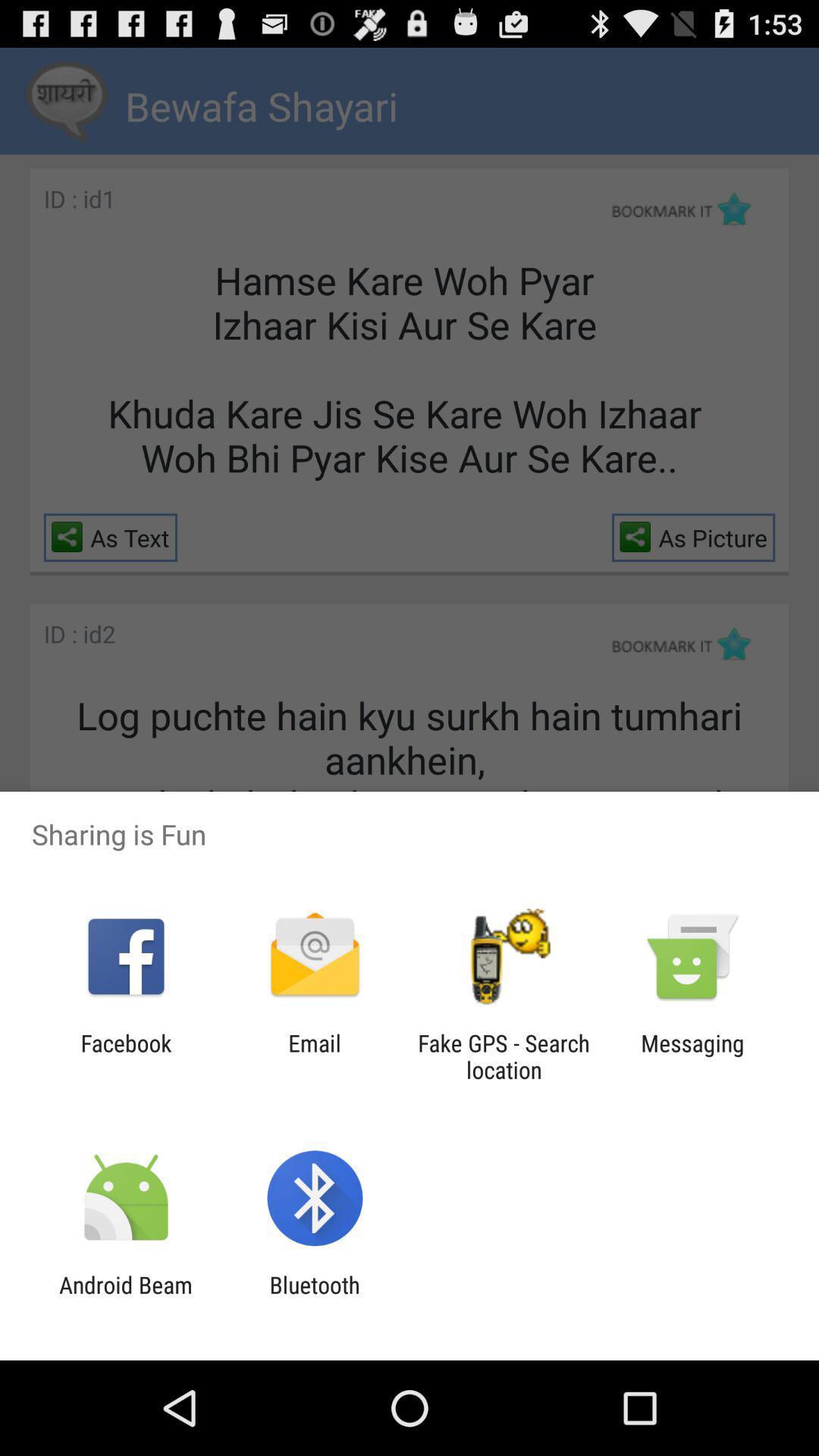 This screenshot has height=1456, width=819. What do you see at coordinates (125, 1298) in the screenshot?
I see `icon next to bluetooth` at bounding box center [125, 1298].